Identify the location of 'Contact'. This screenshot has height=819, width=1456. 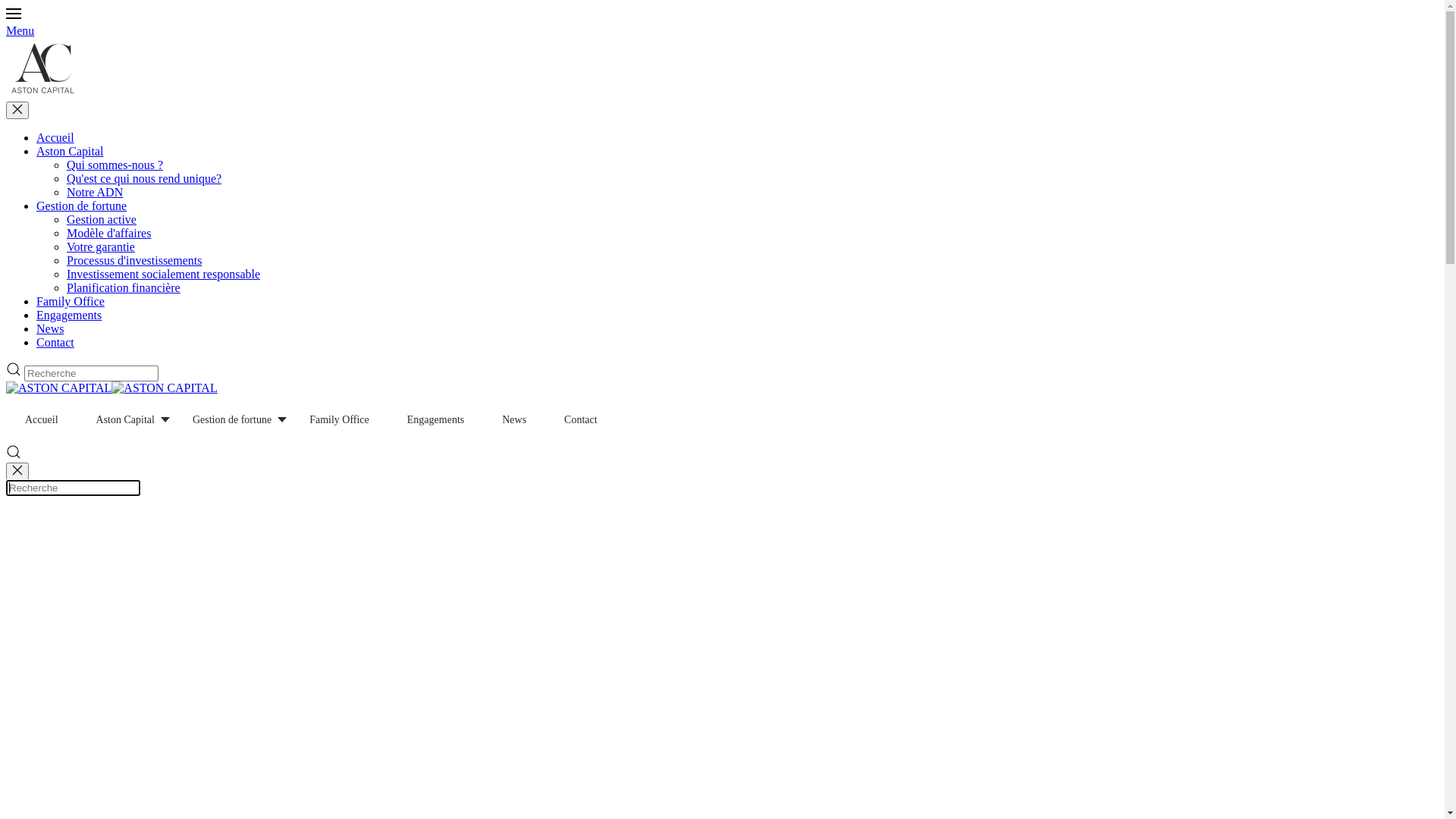
(545, 419).